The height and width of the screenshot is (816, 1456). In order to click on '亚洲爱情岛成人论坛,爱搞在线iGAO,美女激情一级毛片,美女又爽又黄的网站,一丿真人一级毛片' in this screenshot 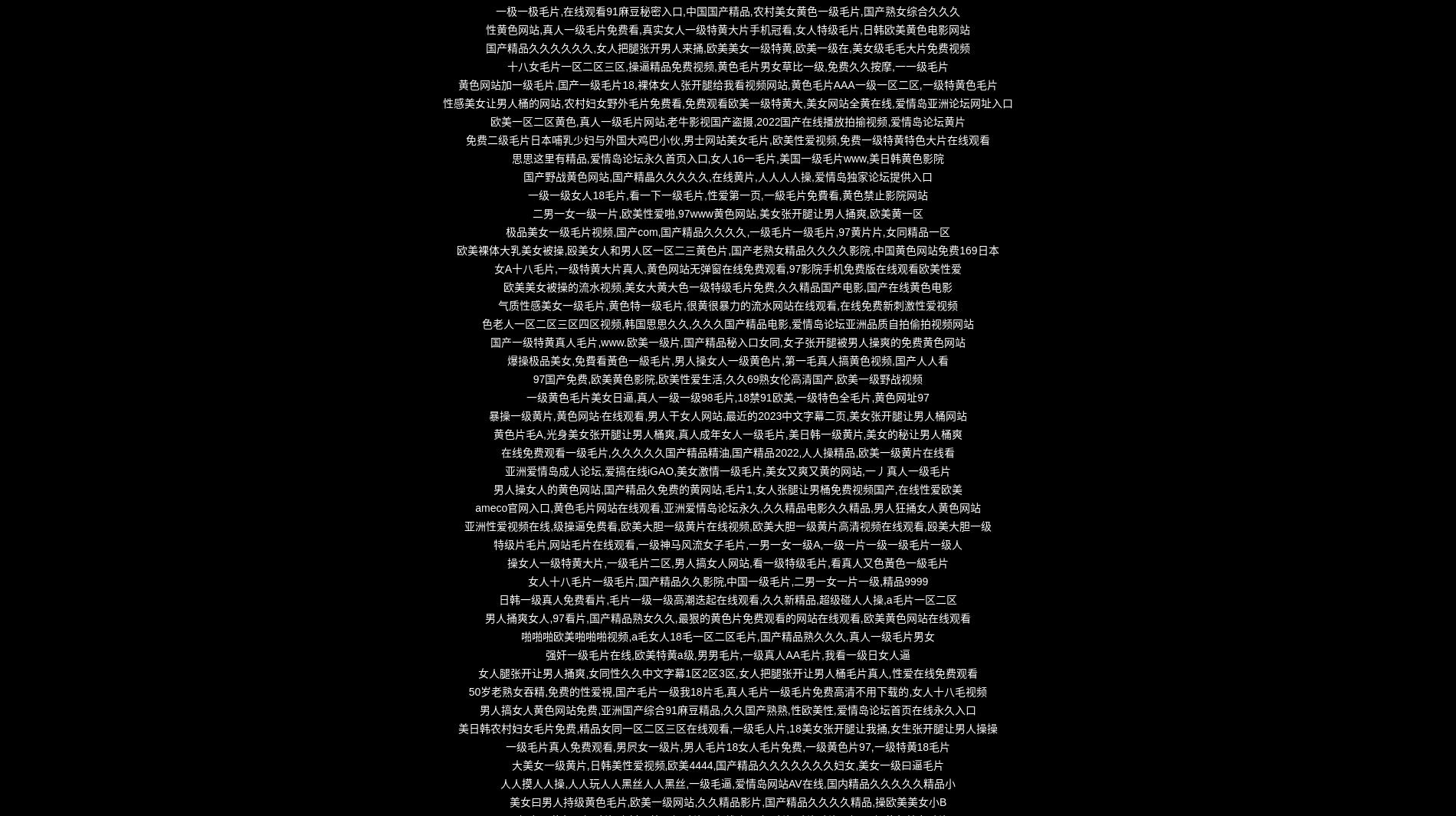, I will do `click(726, 471)`.